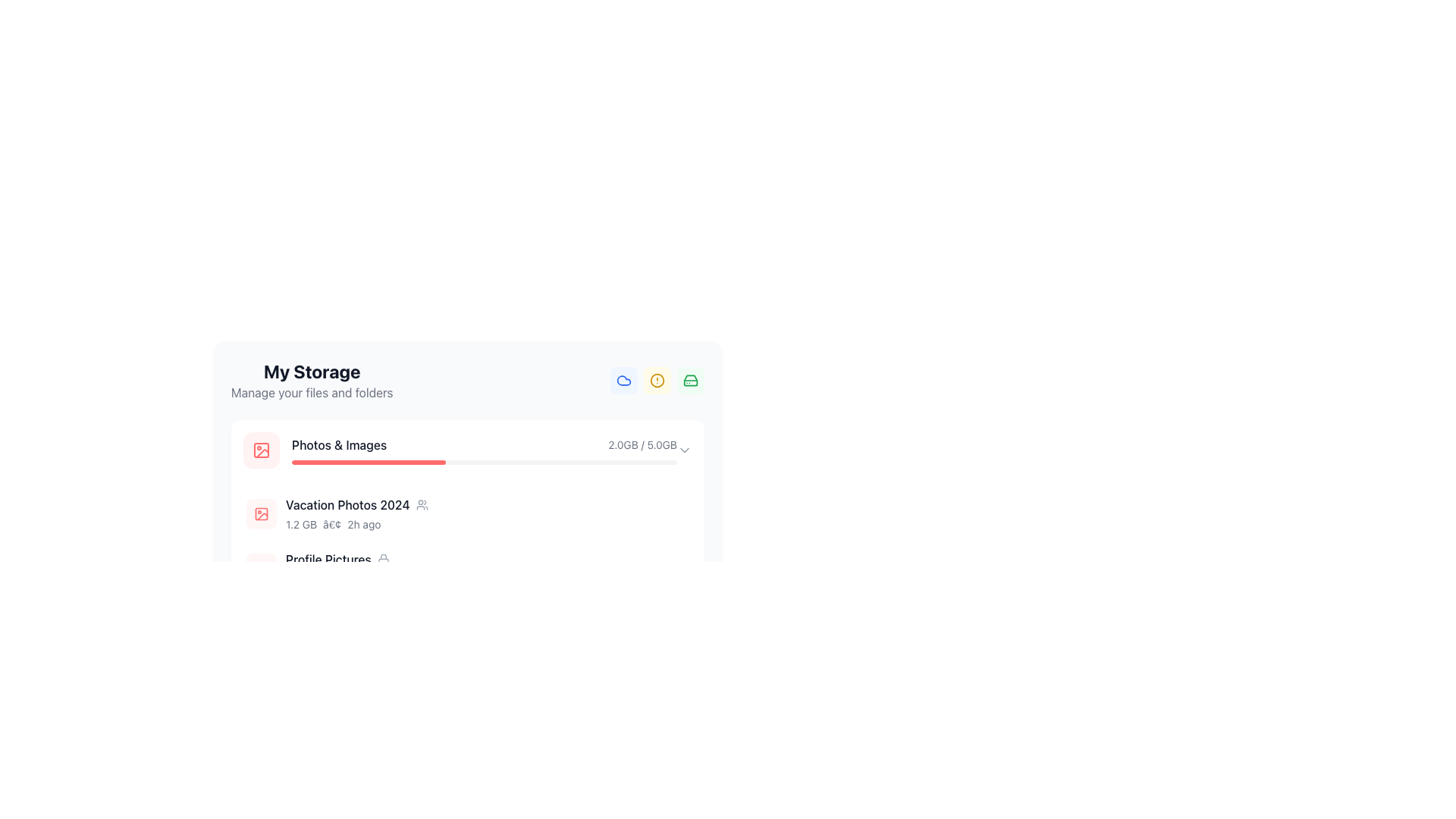  What do you see at coordinates (262, 513) in the screenshot?
I see `the small square icon with rounded corners located in the first column of the second row, which has a light red background and contains a vector graphic of an image placeholder, positioned directly to the left of the text 'Vacation Photos 2024'` at bounding box center [262, 513].